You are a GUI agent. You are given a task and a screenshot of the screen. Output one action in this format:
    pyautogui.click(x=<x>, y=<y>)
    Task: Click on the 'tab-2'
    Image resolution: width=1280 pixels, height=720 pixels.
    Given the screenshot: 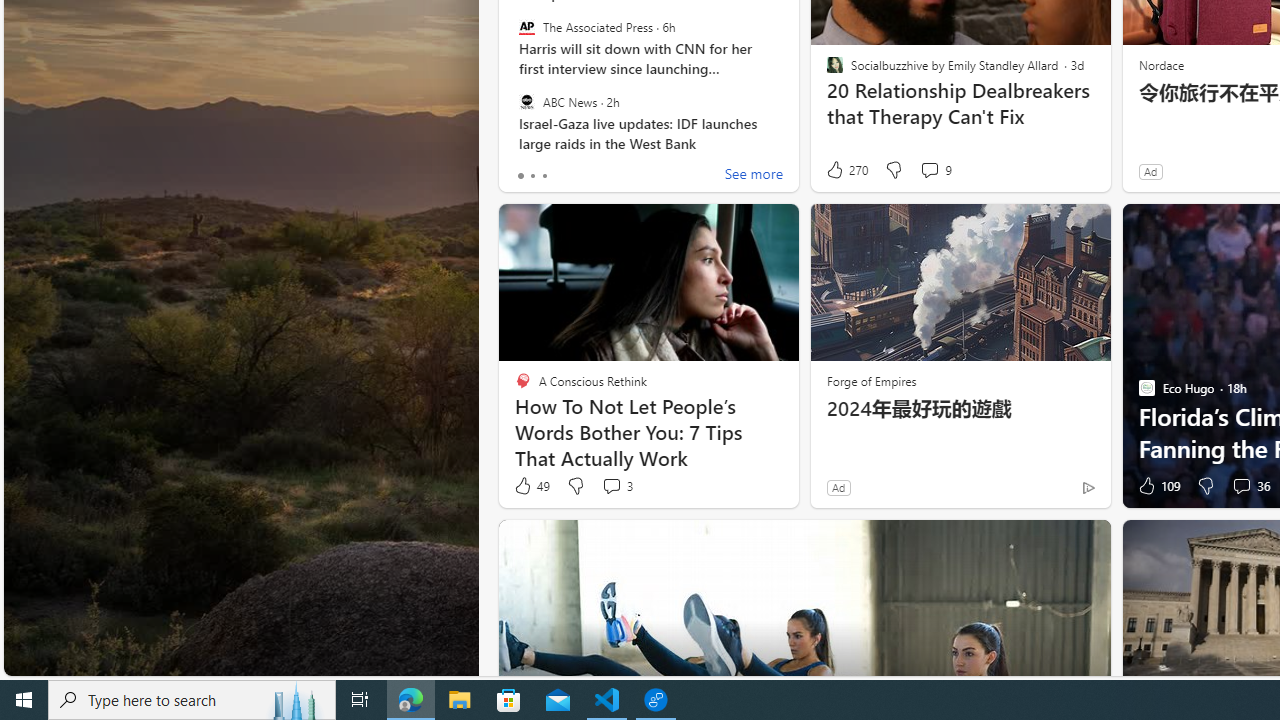 What is the action you would take?
    pyautogui.click(x=544, y=175)
    